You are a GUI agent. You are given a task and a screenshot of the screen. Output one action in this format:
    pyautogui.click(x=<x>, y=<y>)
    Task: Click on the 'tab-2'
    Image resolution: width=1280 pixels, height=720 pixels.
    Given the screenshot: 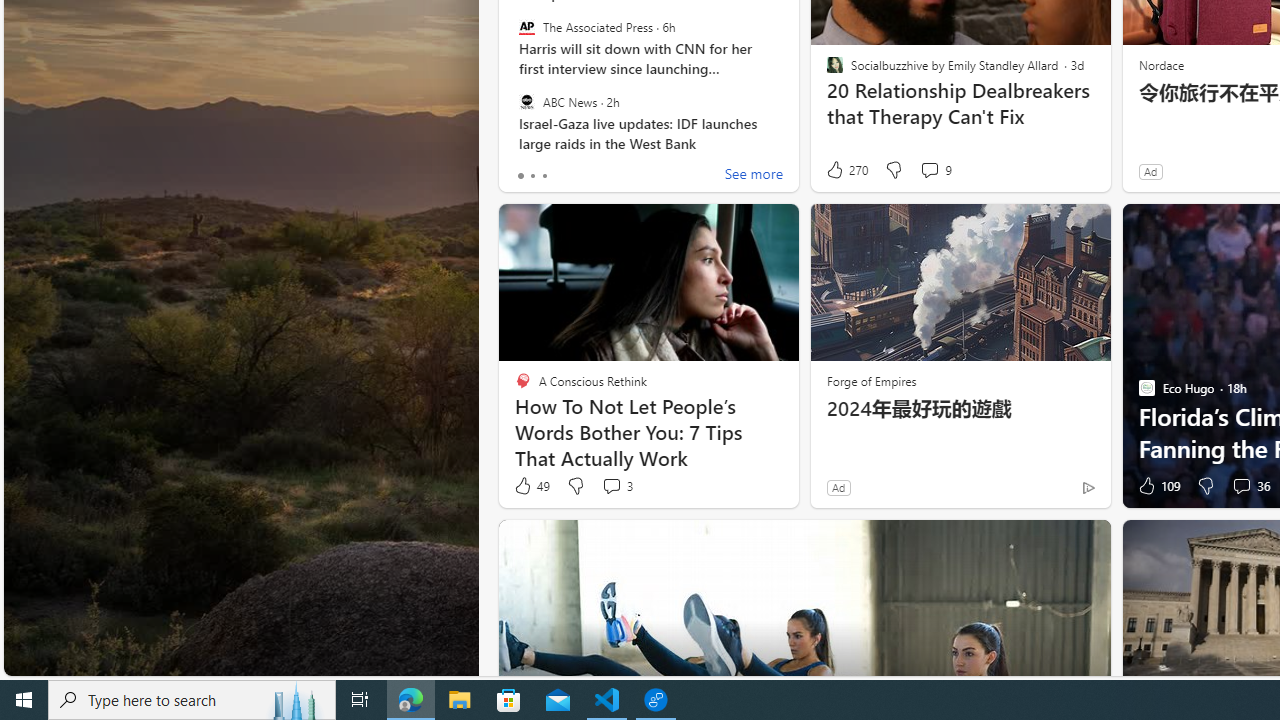 What is the action you would take?
    pyautogui.click(x=544, y=175)
    